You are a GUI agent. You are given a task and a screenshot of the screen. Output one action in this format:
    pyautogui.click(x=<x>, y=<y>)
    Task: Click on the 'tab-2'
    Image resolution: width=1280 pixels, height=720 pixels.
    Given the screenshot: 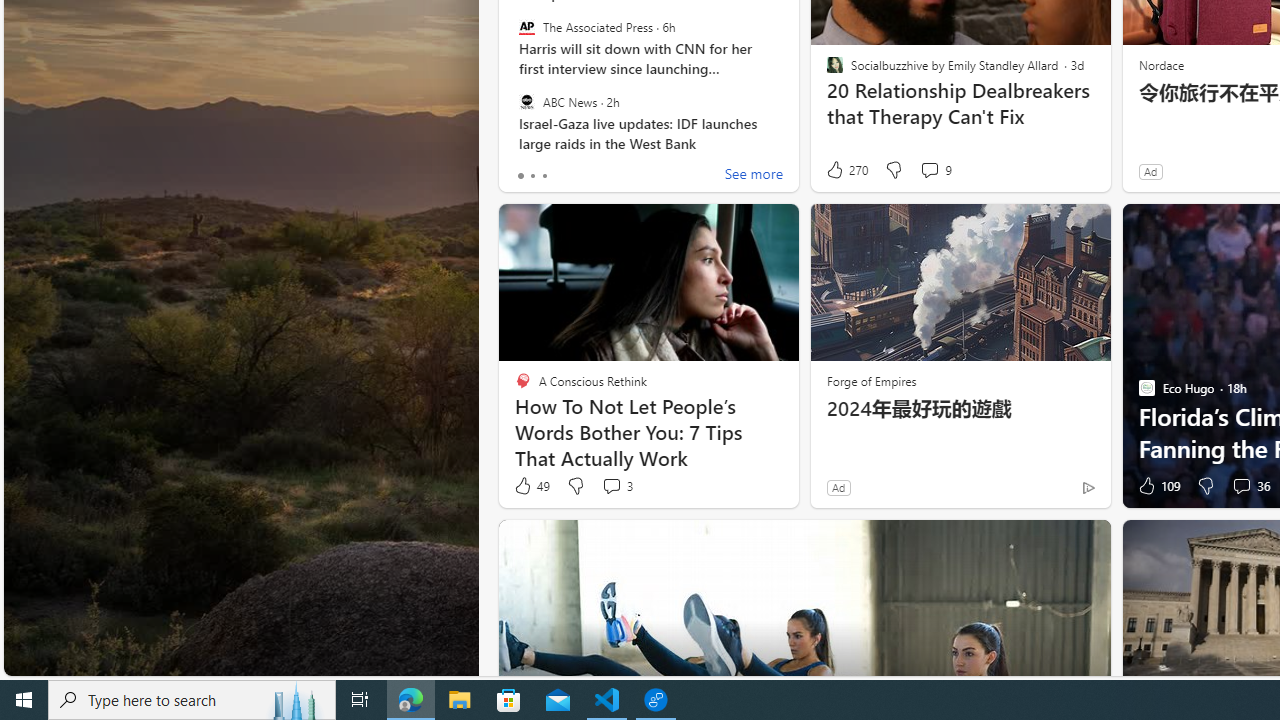 What is the action you would take?
    pyautogui.click(x=544, y=175)
    